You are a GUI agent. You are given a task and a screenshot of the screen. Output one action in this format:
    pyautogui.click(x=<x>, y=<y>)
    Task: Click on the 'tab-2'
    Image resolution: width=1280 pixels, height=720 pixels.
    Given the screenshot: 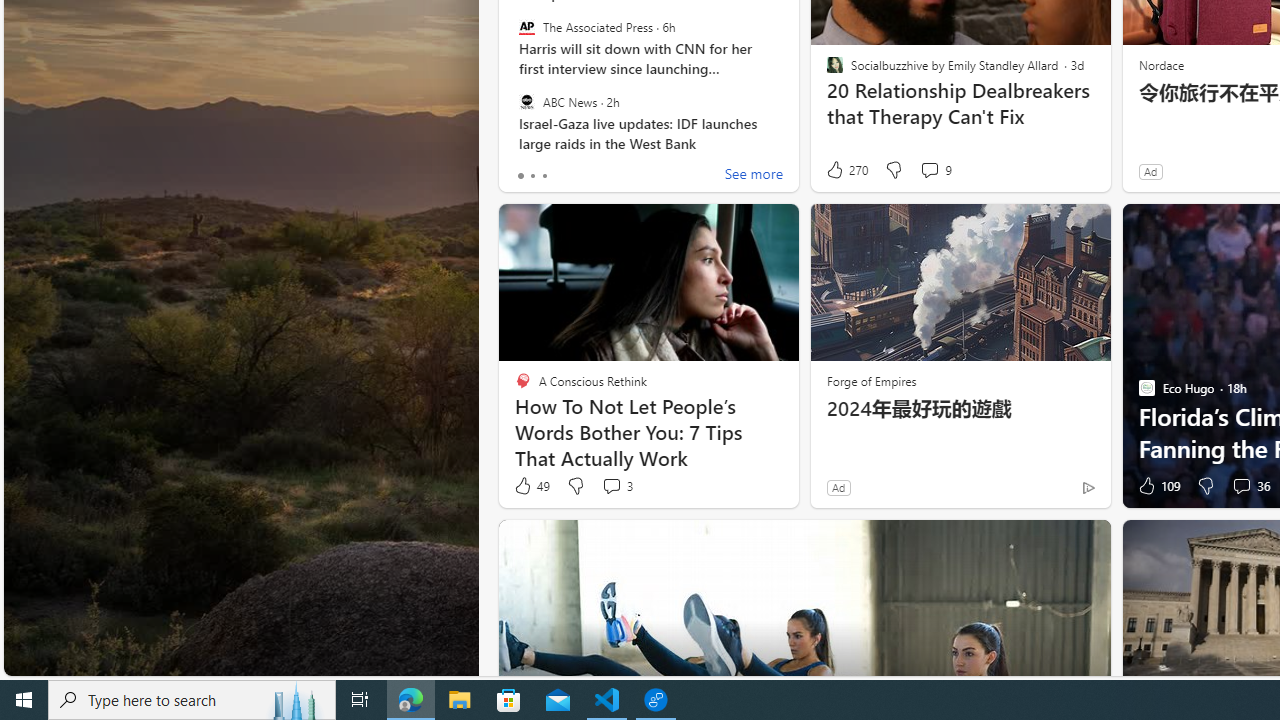 What is the action you would take?
    pyautogui.click(x=544, y=175)
    